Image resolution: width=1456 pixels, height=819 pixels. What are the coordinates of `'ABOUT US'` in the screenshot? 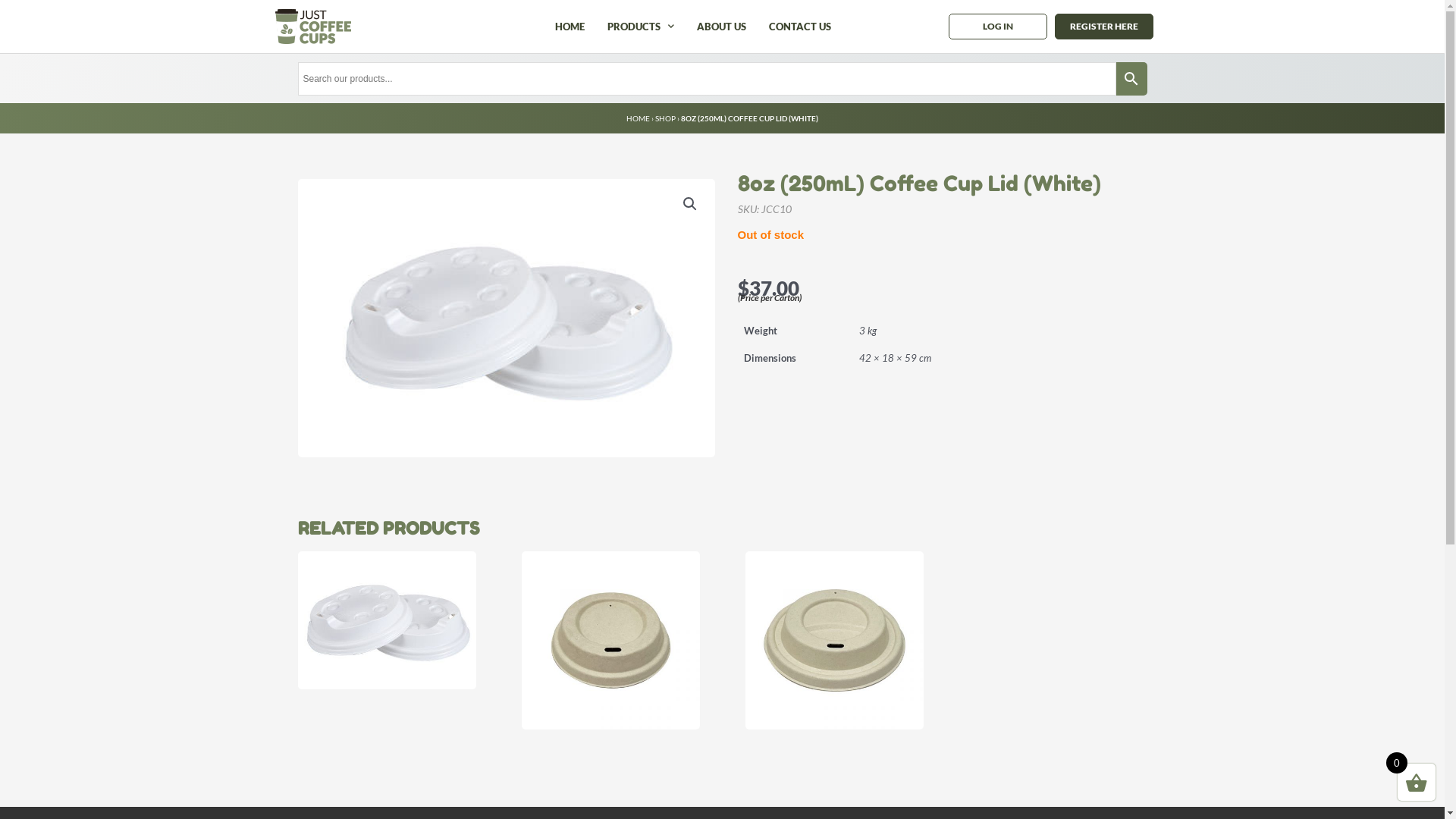 It's located at (720, 26).